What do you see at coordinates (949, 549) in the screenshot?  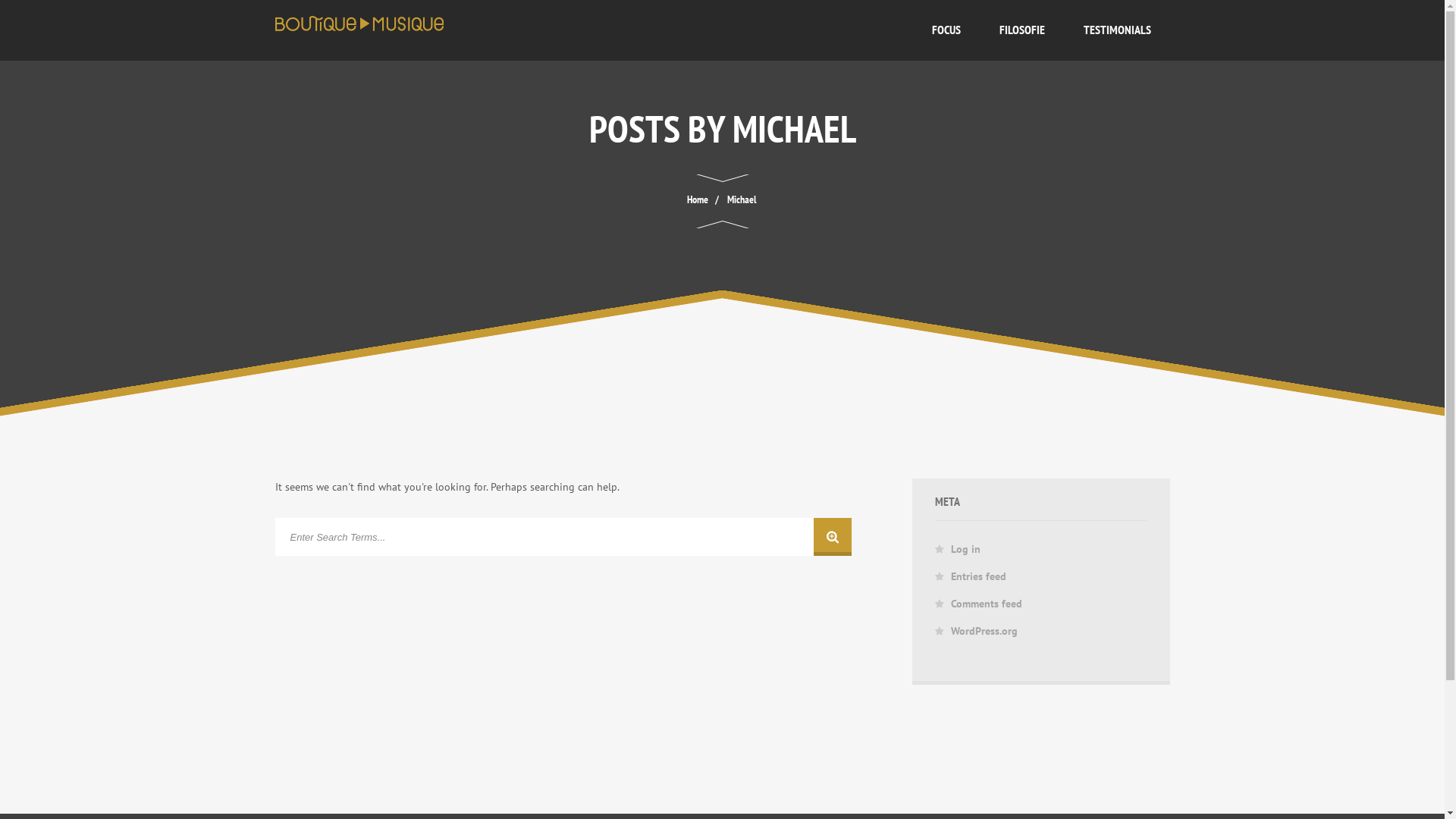 I see `'Log in'` at bounding box center [949, 549].